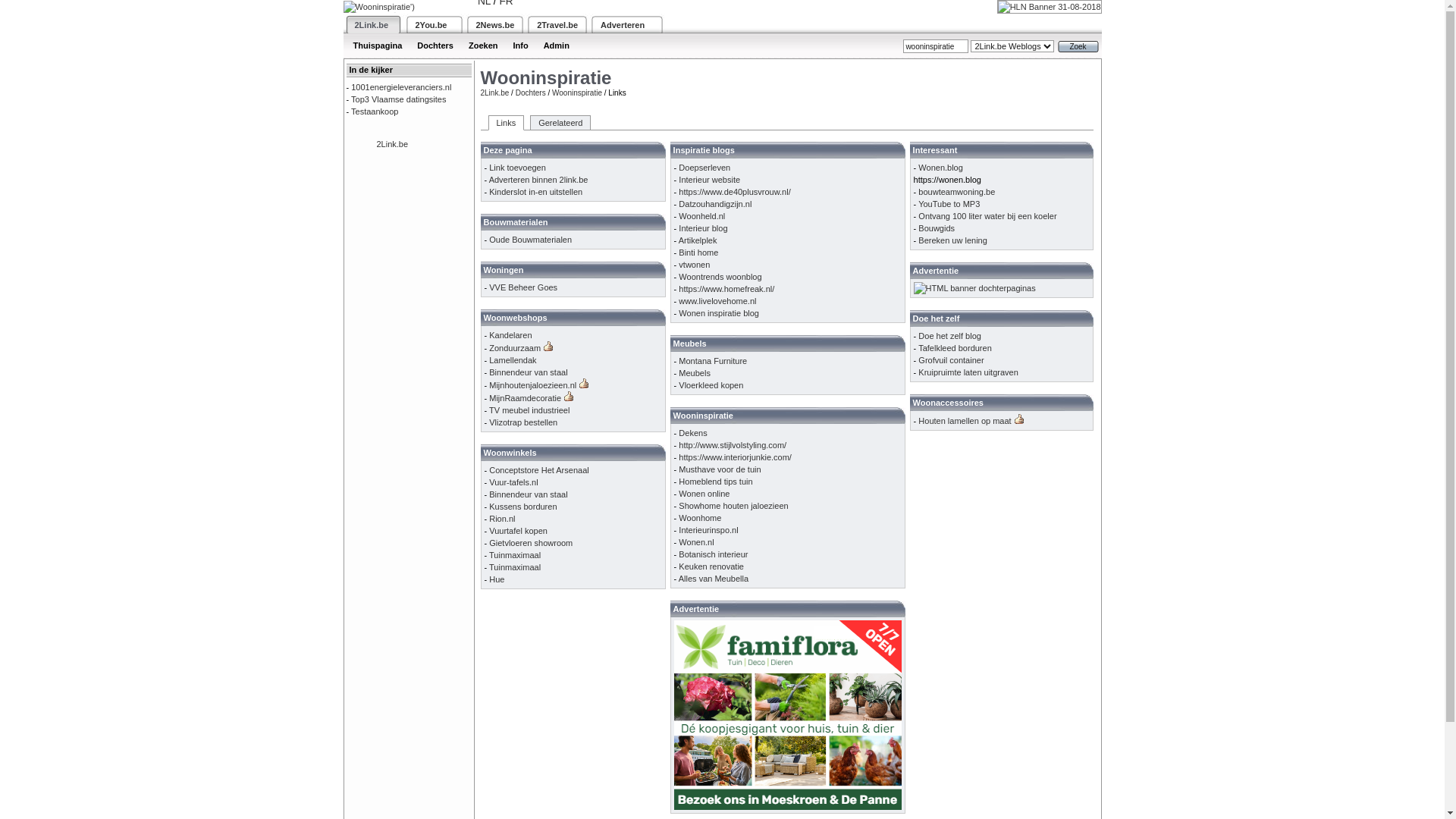  I want to click on 'MijnRaamdecoratie', so click(525, 397).